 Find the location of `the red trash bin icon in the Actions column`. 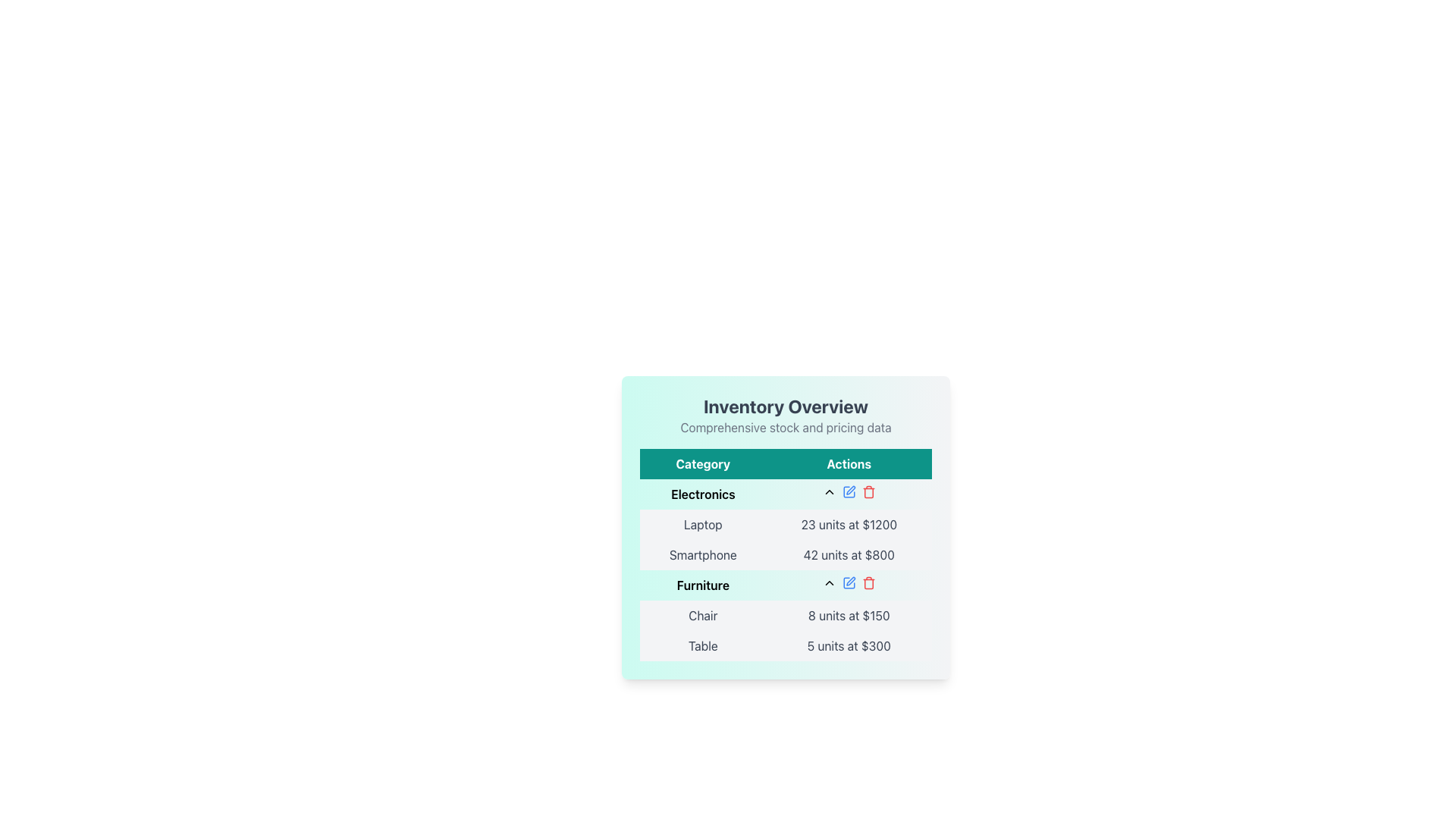

the red trash bin icon in the Actions column is located at coordinates (868, 582).